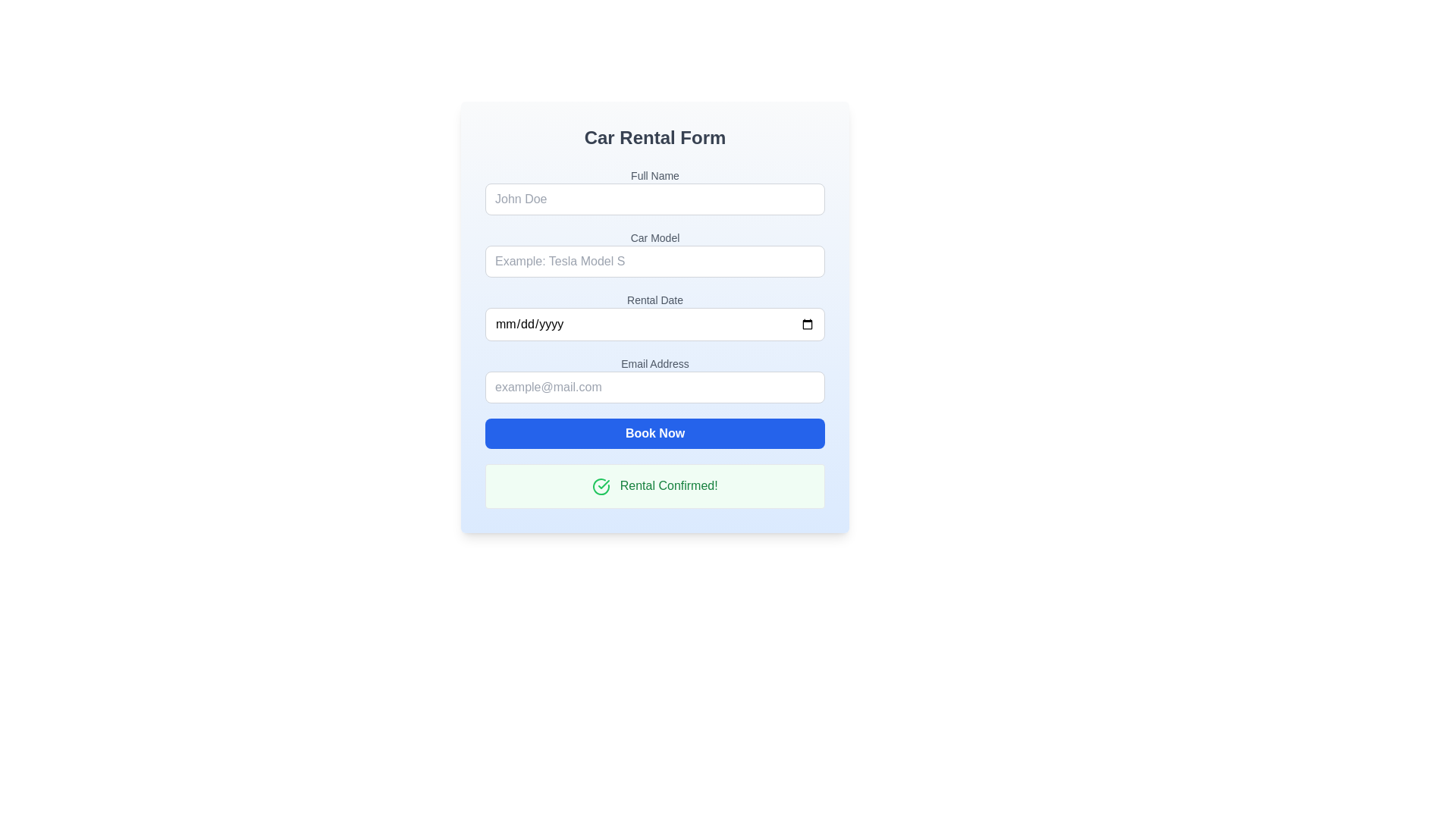  What do you see at coordinates (601, 486) in the screenshot?
I see `the success icon indicating a successful rental confirmation, which is positioned to the left of the text 'Rental Confirmed!' within a green box at the bottom of the main form section` at bounding box center [601, 486].